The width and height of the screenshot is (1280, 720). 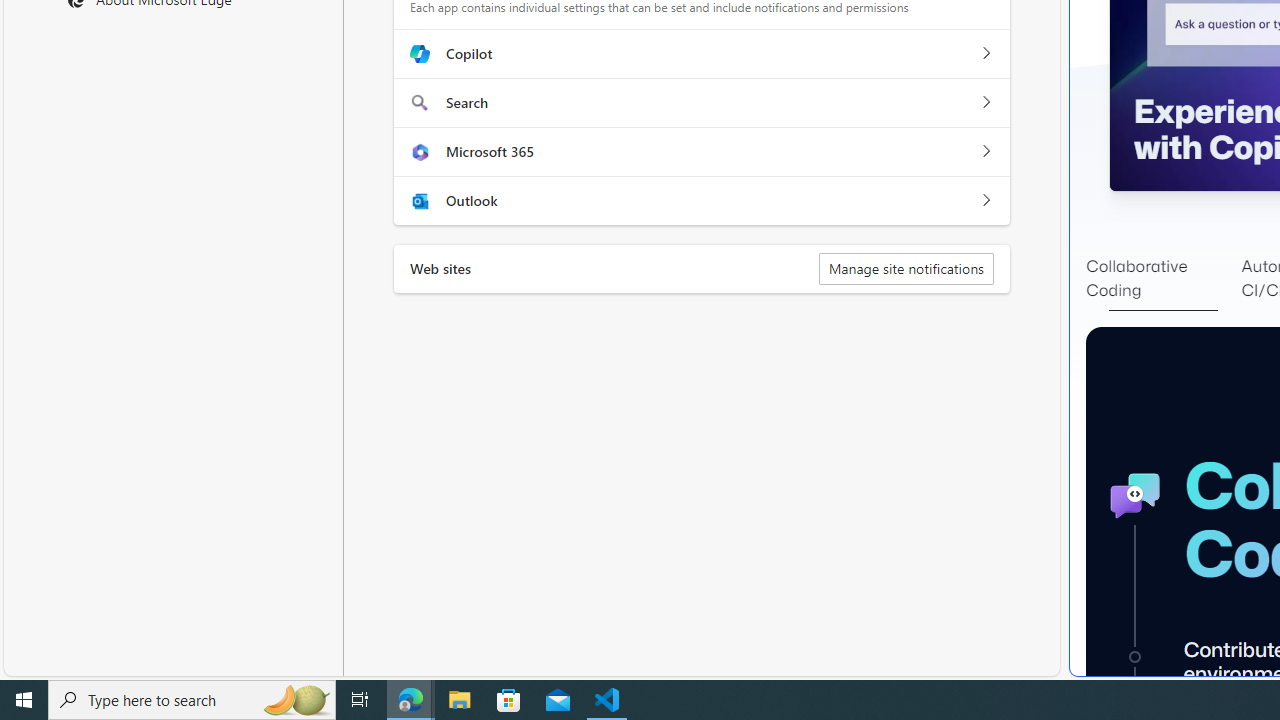 What do you see at coordinates (606, 698) in the screenshot?
I see `'Visual Studio Code - 1 running window'` at bounding box center [606, 698].